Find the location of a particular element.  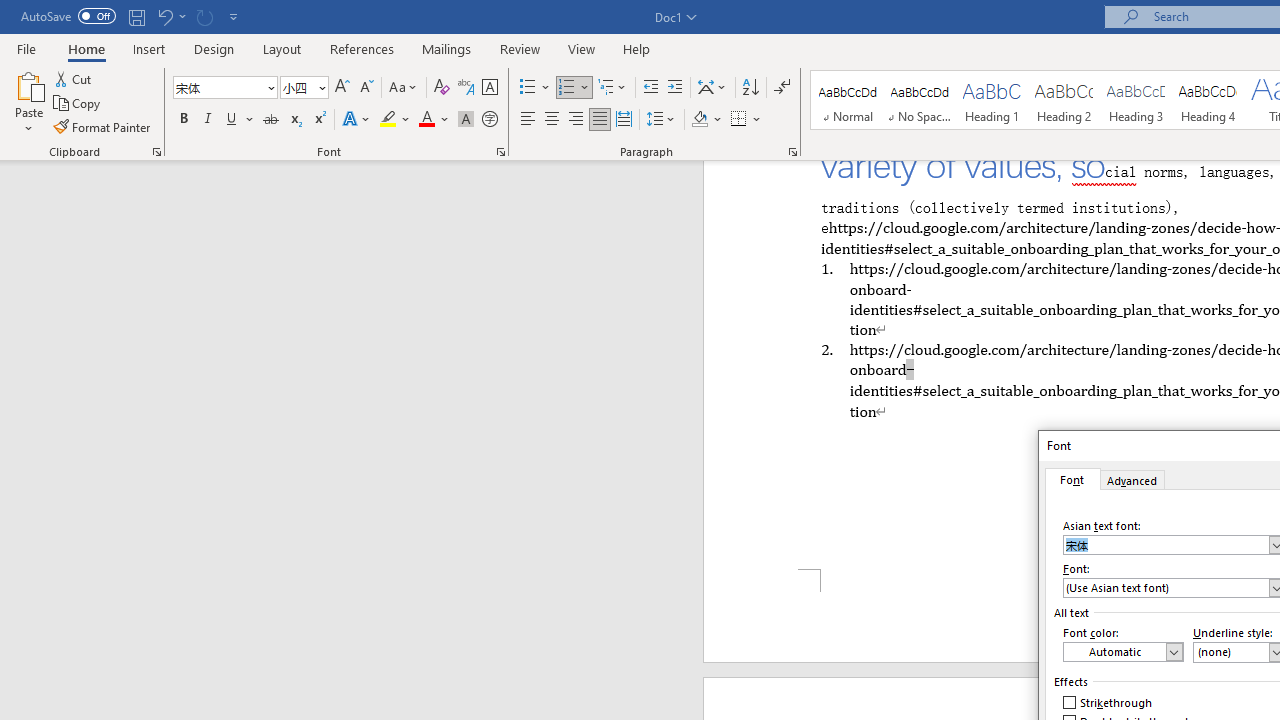

'Font Color' is located at coordinates (433, 119).